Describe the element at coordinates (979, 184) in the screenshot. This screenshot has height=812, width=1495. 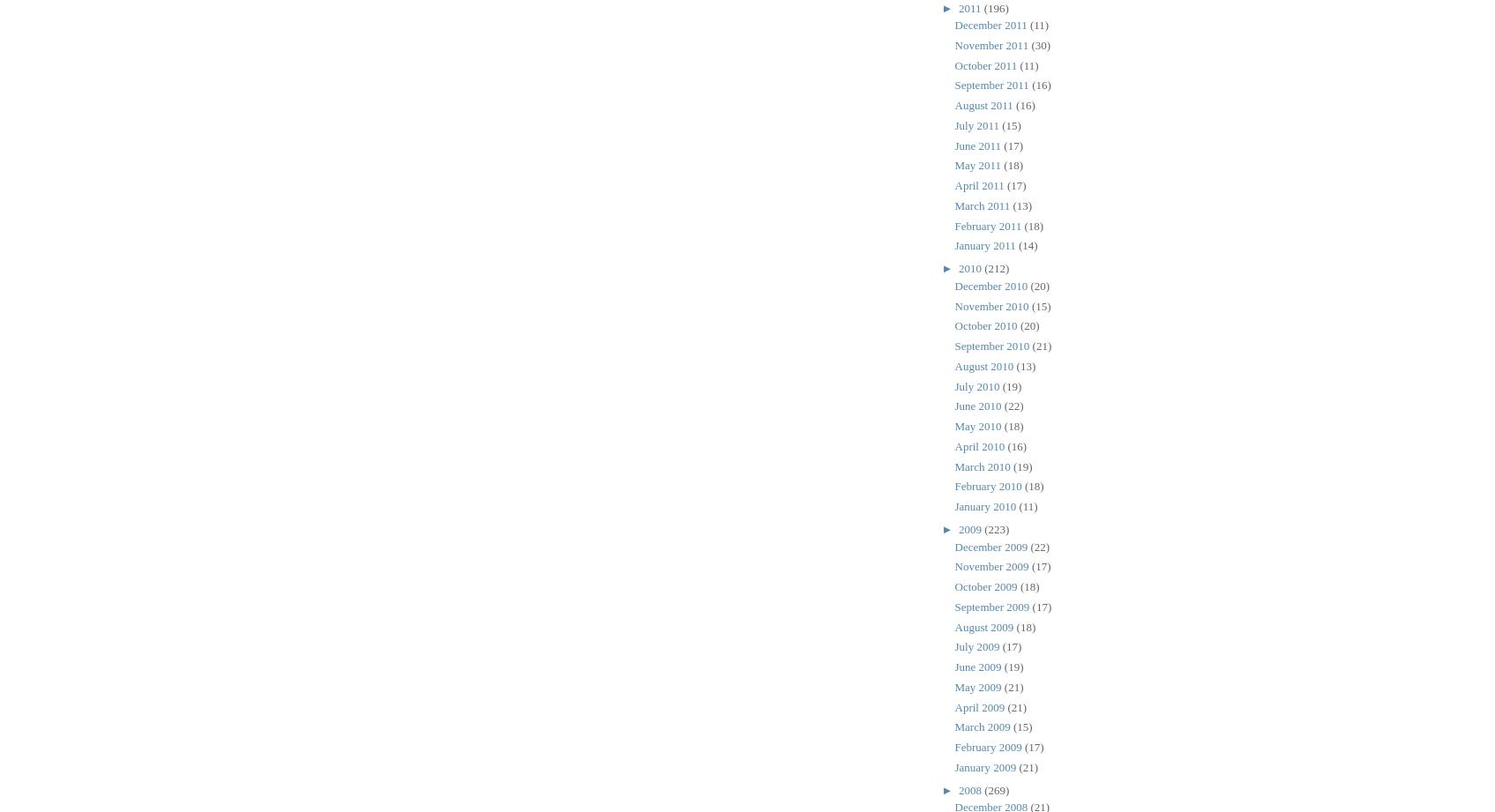
I see `'April 2011'` at that location.